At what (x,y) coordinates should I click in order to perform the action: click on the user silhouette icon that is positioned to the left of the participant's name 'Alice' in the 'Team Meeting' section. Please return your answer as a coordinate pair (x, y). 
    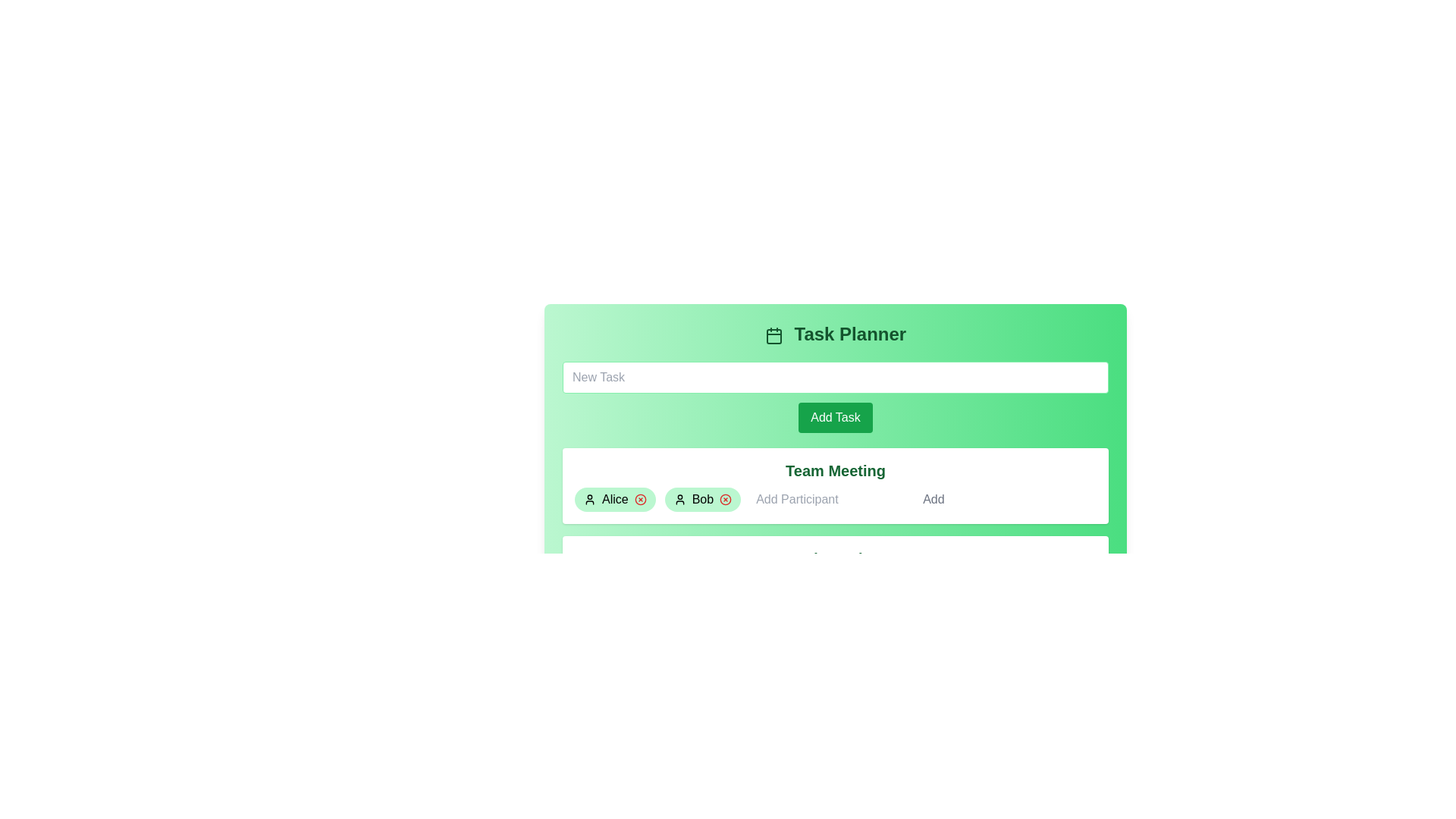
    Looking at the image, I should click on (588, 500).